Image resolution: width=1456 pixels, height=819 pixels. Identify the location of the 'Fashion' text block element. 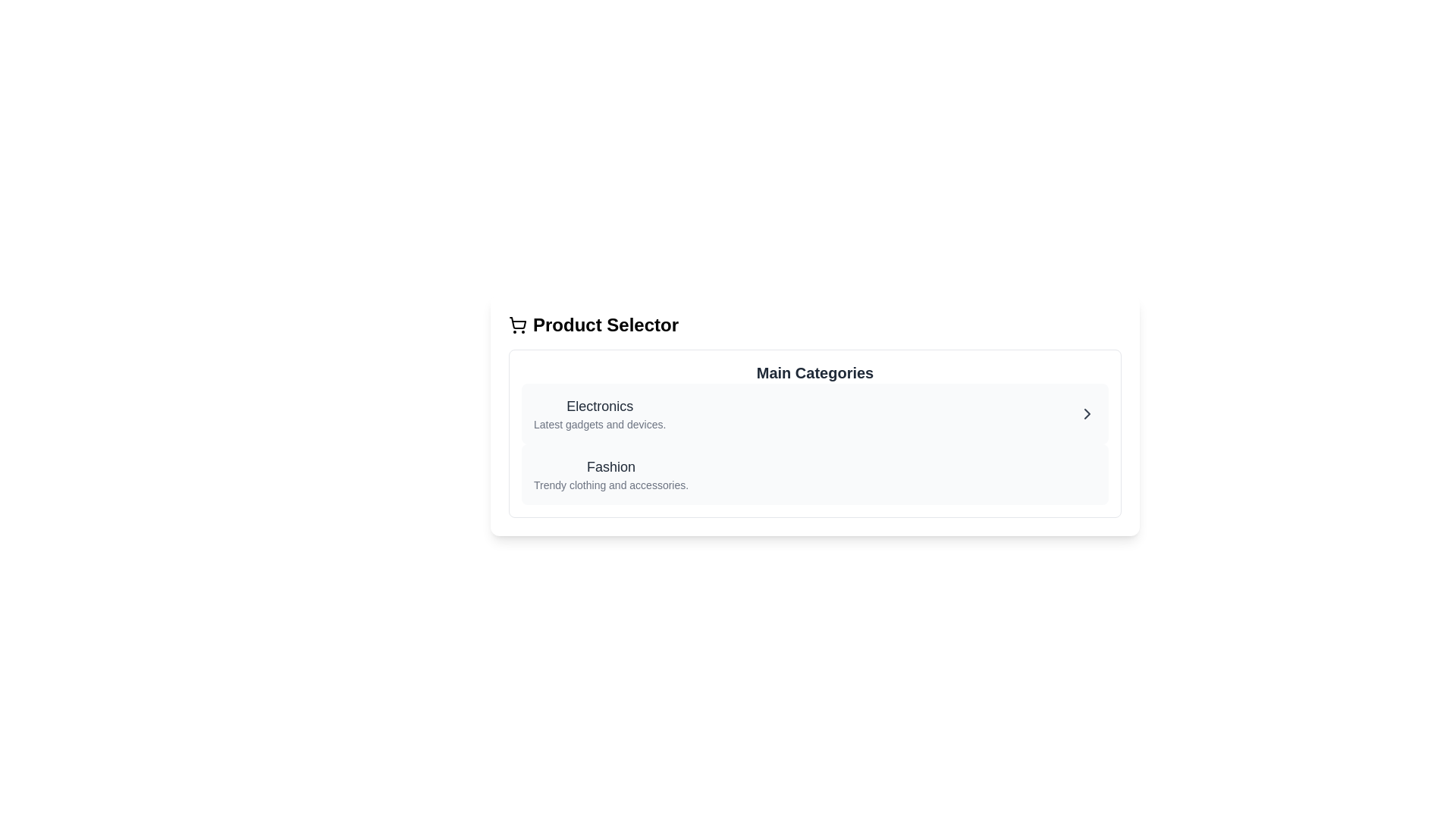
(611, 473).